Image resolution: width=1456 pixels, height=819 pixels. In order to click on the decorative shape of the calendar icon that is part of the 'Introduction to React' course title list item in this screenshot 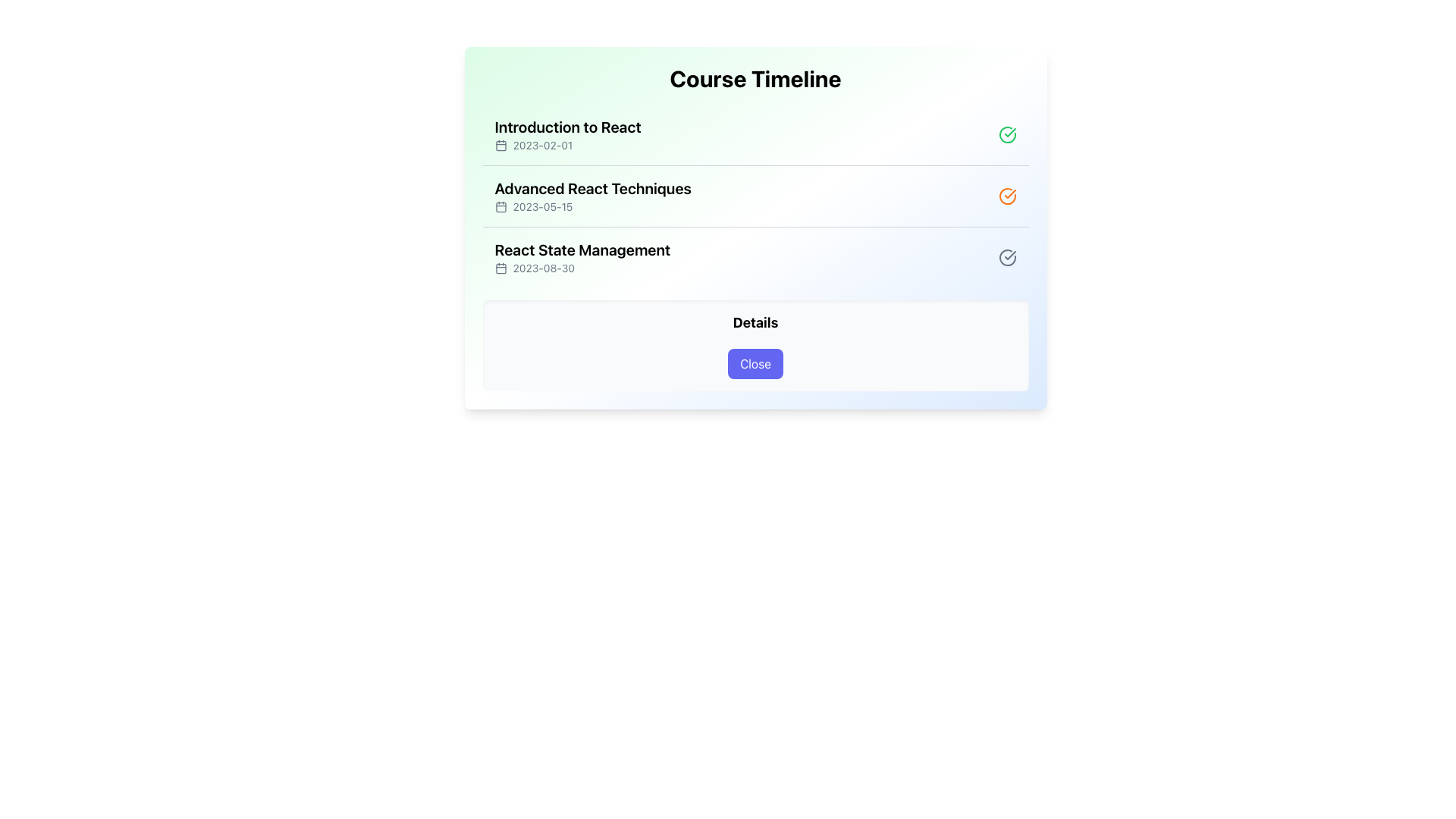, I will do `click(500, 146)`.